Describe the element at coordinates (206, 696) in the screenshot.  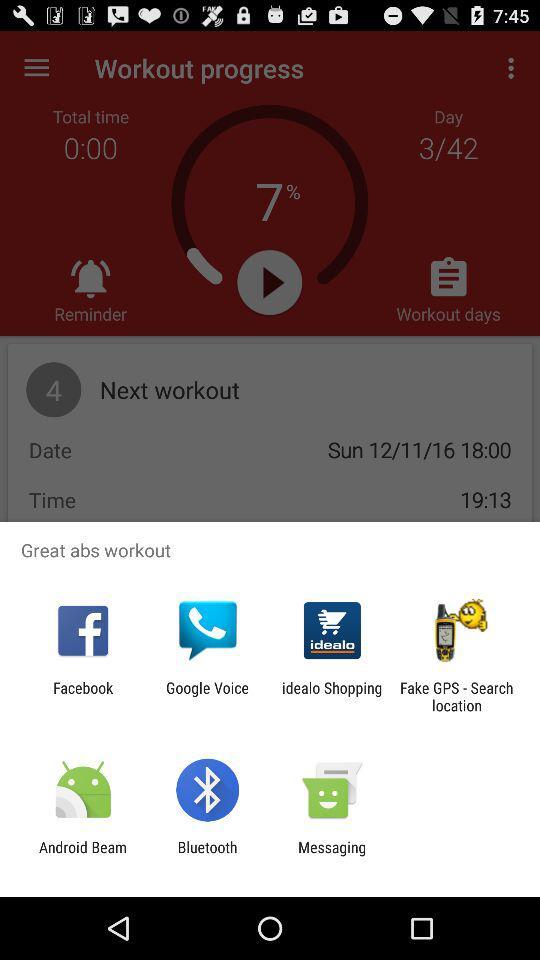
I see `the item to the right of facebook icon` at that location.